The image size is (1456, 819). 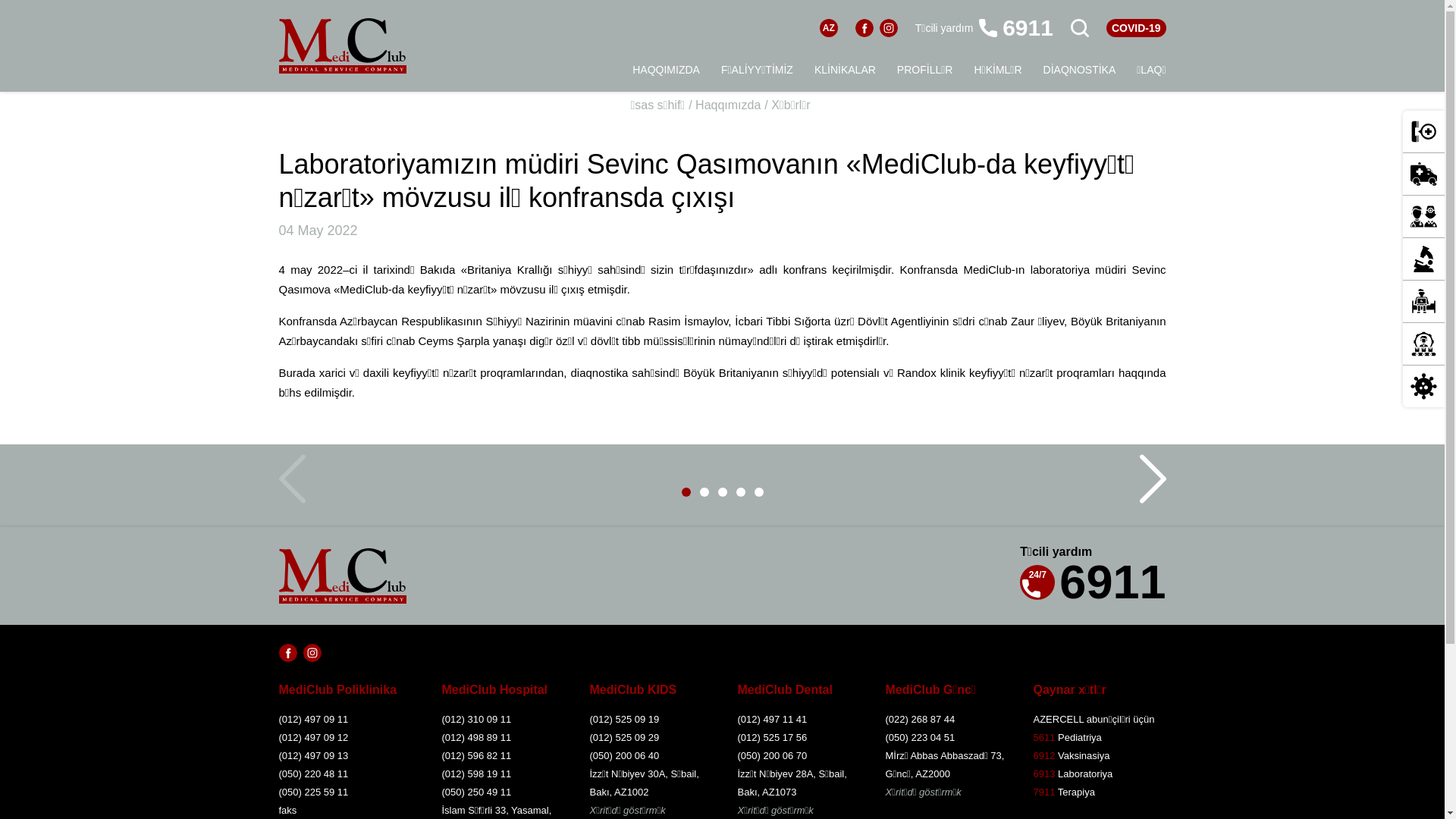 I want to click on '(012) 525 17 56', so click(x=796, y=736).